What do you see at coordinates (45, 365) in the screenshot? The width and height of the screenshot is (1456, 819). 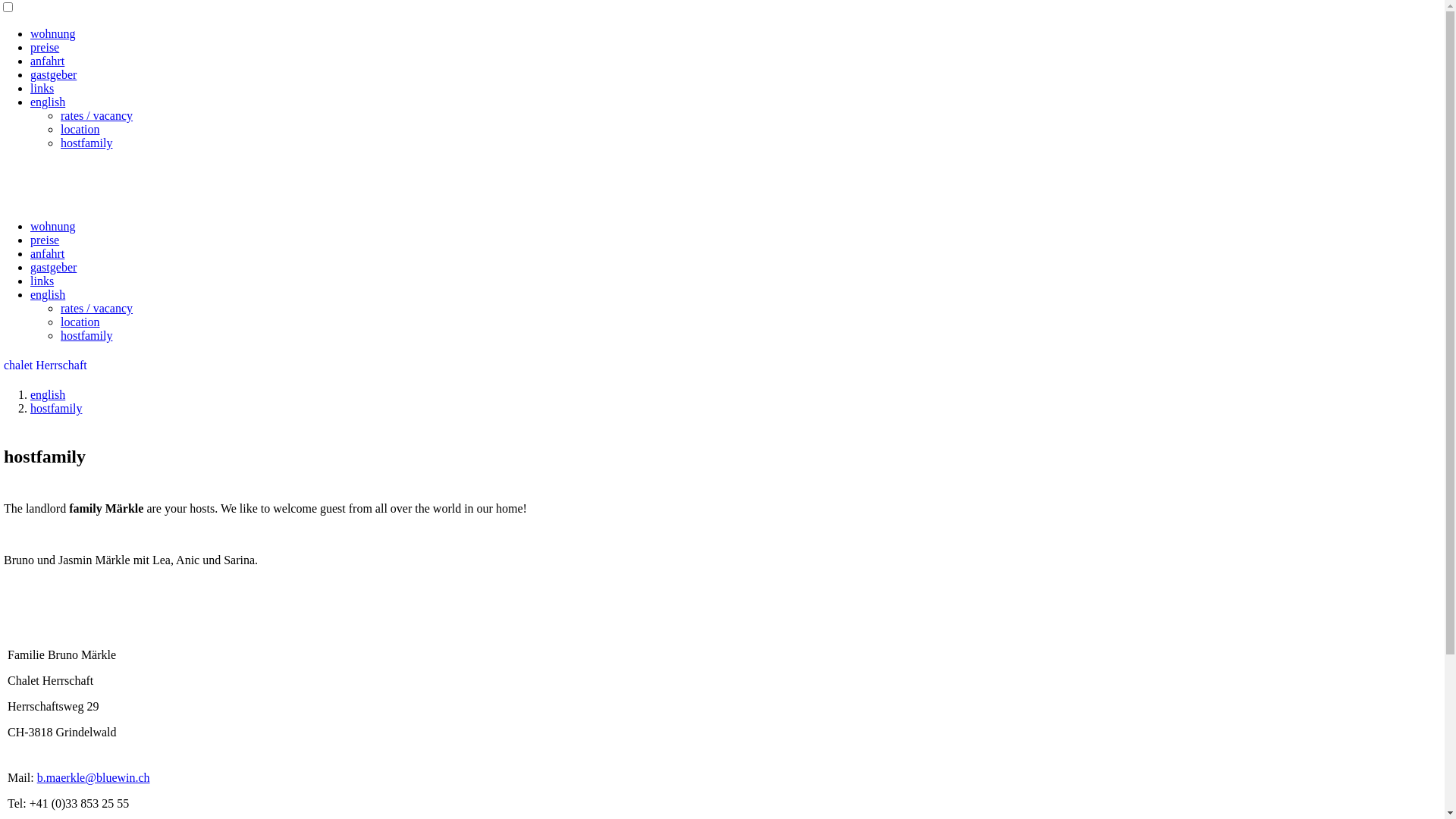 I see `'chalet Herrschaft'` at bounding box center [45, 365].